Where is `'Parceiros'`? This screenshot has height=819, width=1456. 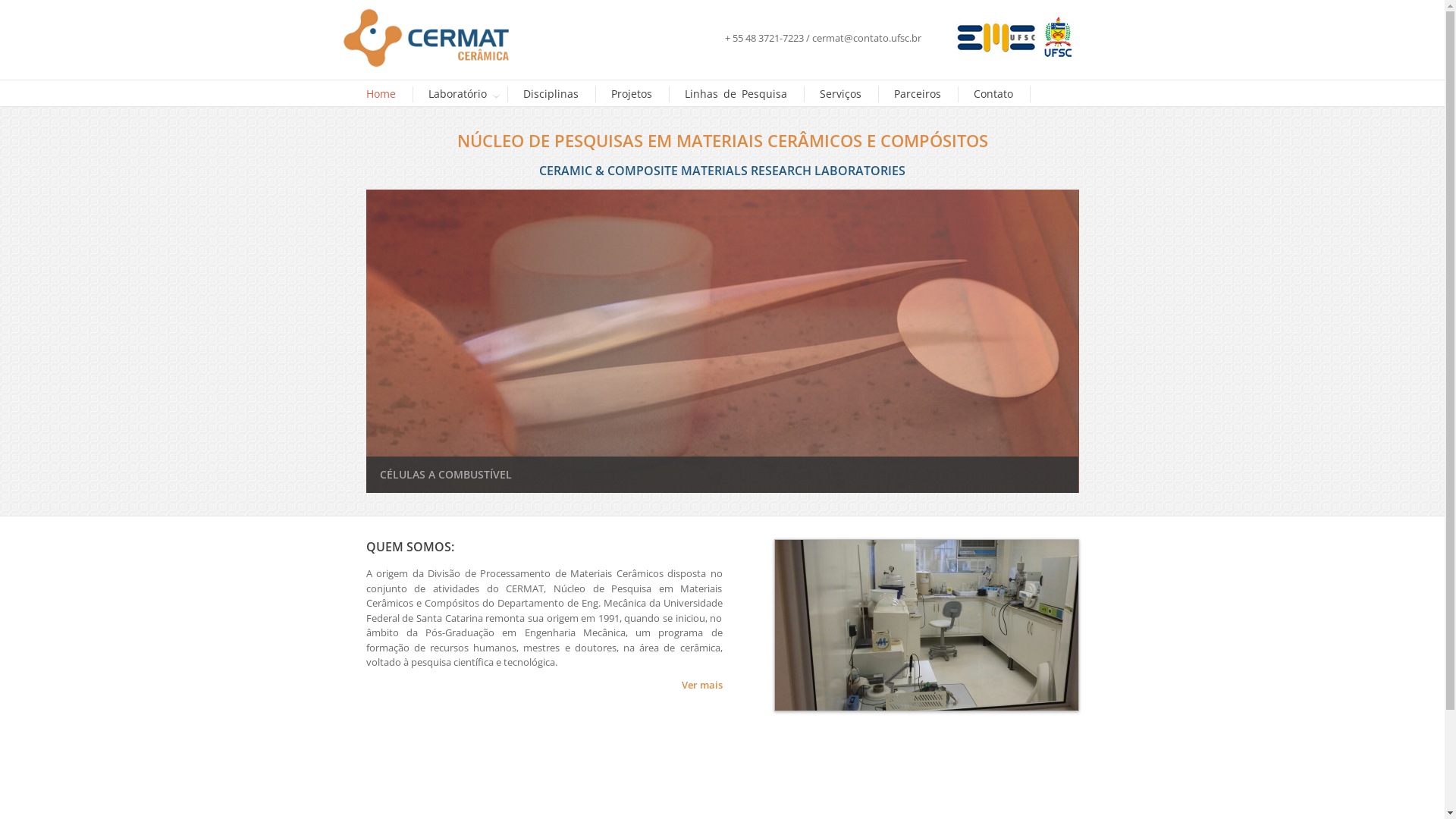
'Parceiros' is located at coordinates (916, 93).